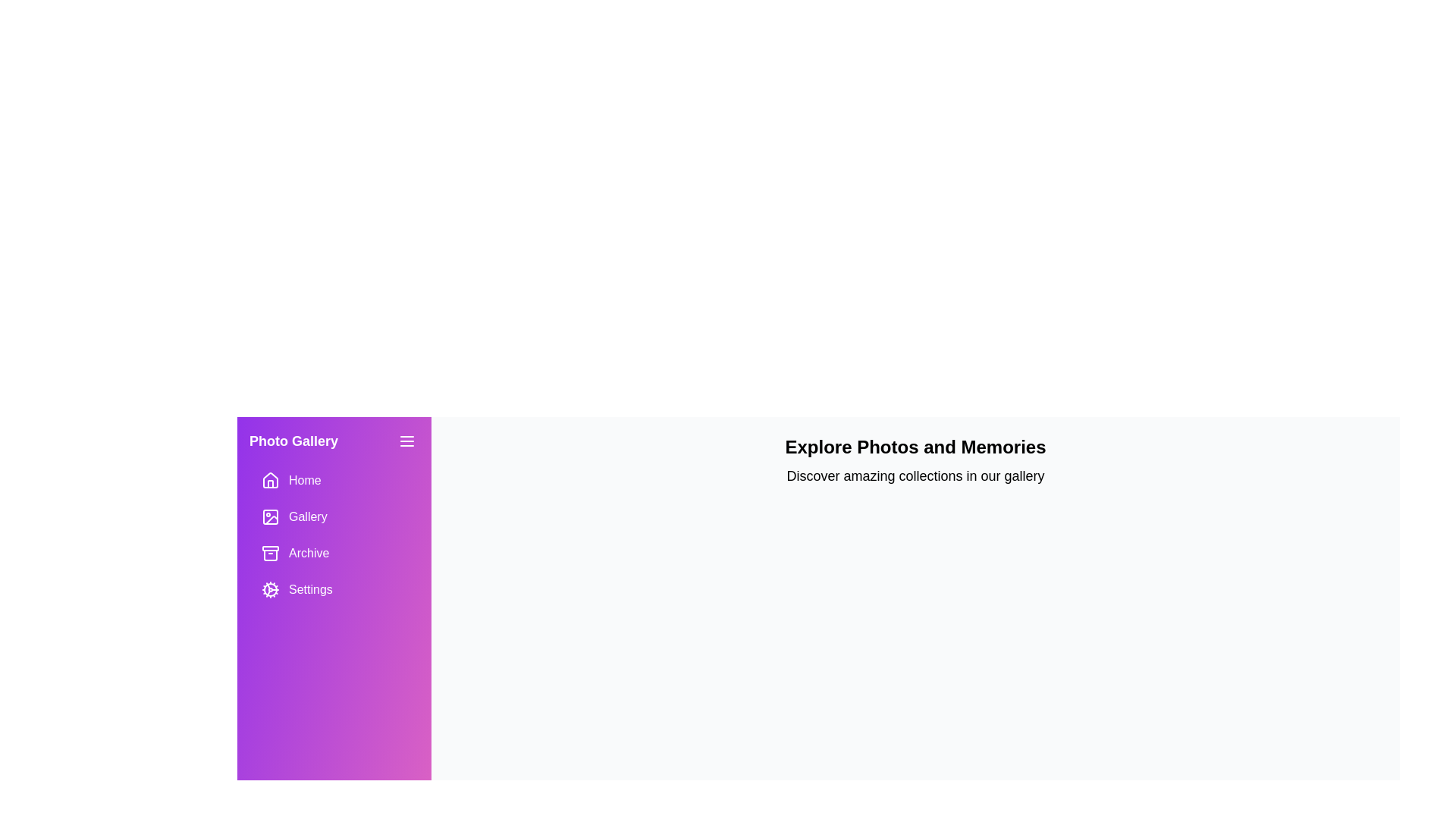 The image size is (1456, 819). What do you see at coordinates (334, 516) in the screenshot?
I see `the menu item Gallery to navigate to its corresponding section` at bounding box center [334, 516].